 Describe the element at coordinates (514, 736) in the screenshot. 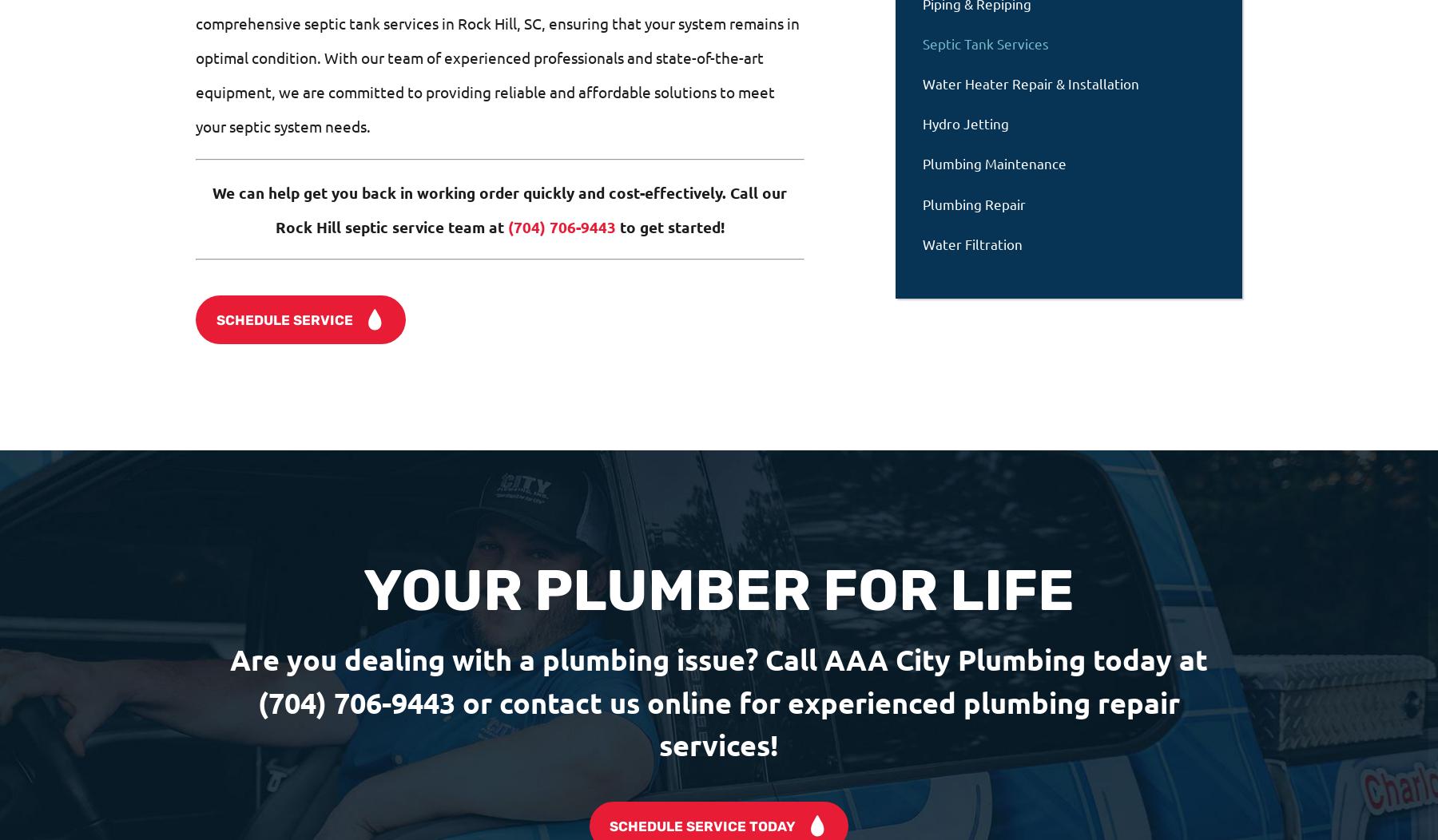

I see `'Plumbing Services'` at that location.